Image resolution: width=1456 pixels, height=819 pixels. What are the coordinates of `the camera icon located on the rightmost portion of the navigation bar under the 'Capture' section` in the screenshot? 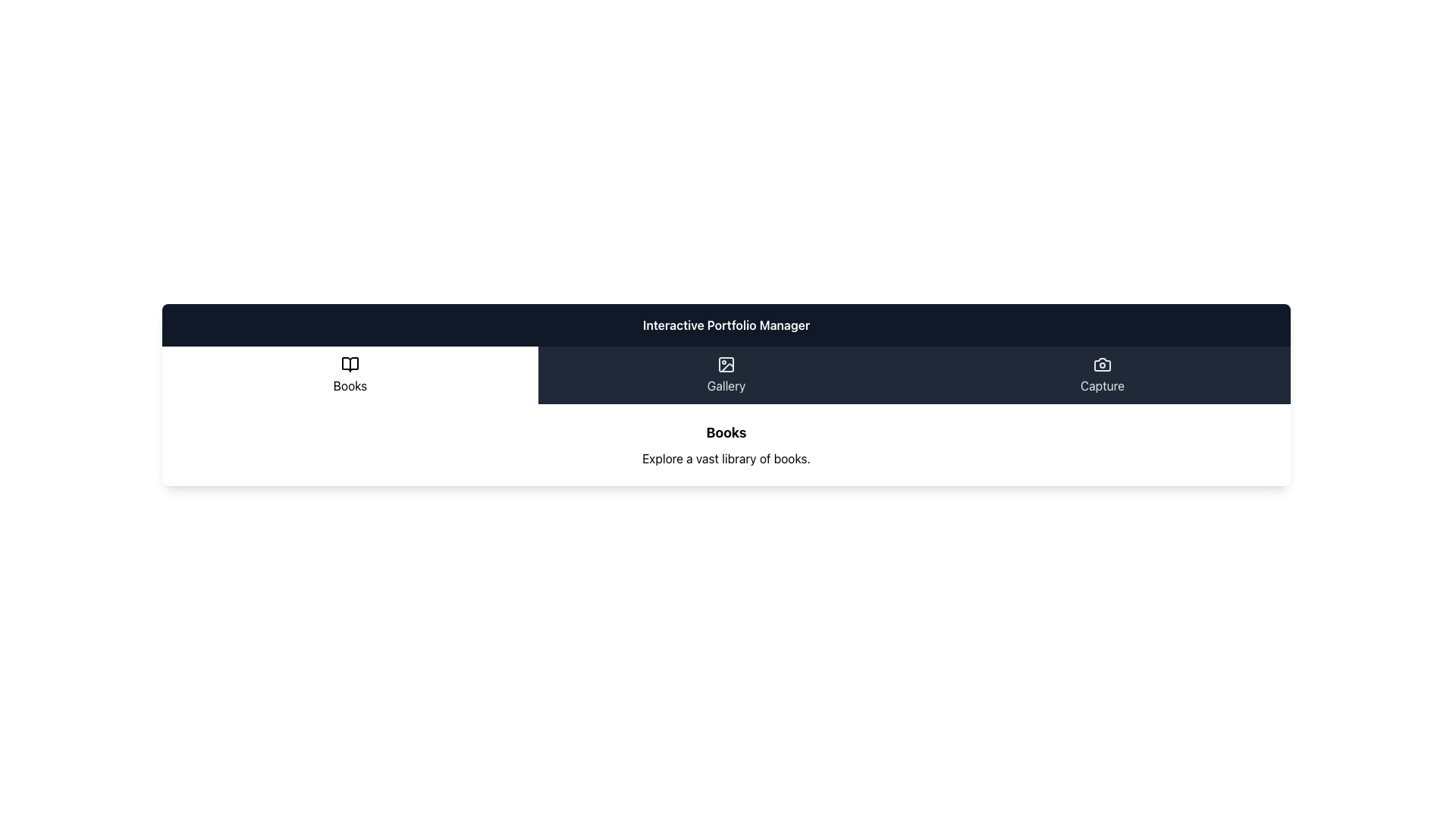 It's located at (1103, 365).